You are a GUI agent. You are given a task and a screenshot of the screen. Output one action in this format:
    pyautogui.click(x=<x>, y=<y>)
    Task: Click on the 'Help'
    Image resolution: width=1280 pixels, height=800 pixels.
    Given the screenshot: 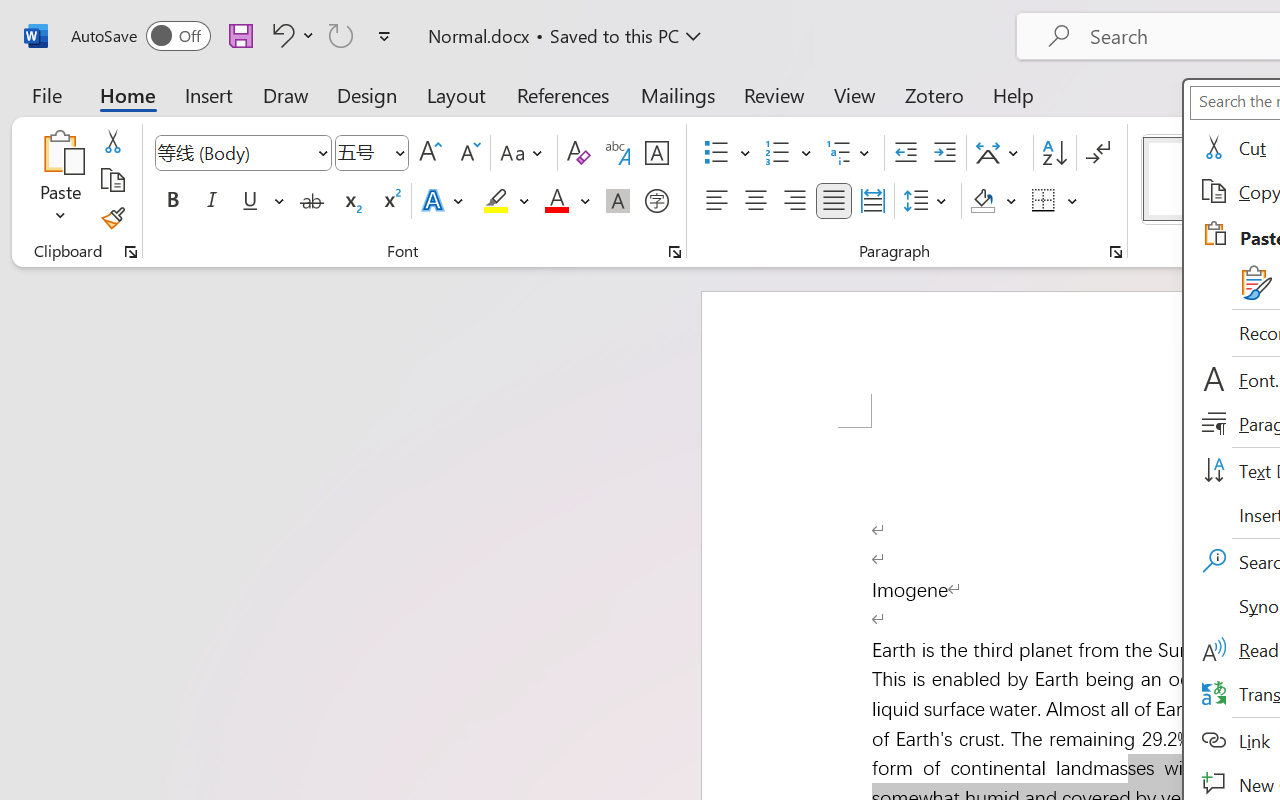 What is the action you would take?
    pyautogui.click(x=1013, y=94)
    